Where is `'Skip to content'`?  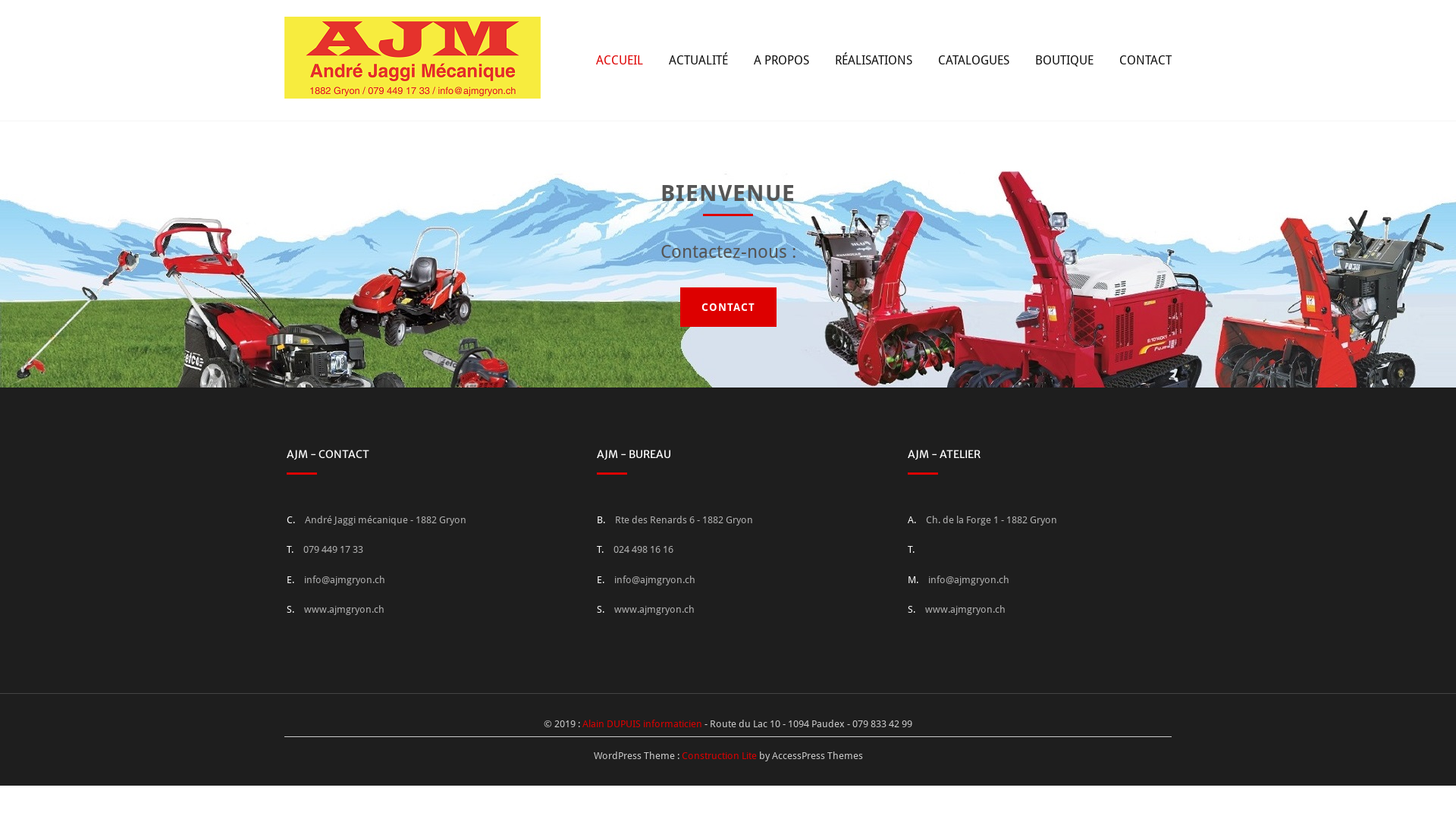
'Skip to content' is located at coordinates (0, 0).